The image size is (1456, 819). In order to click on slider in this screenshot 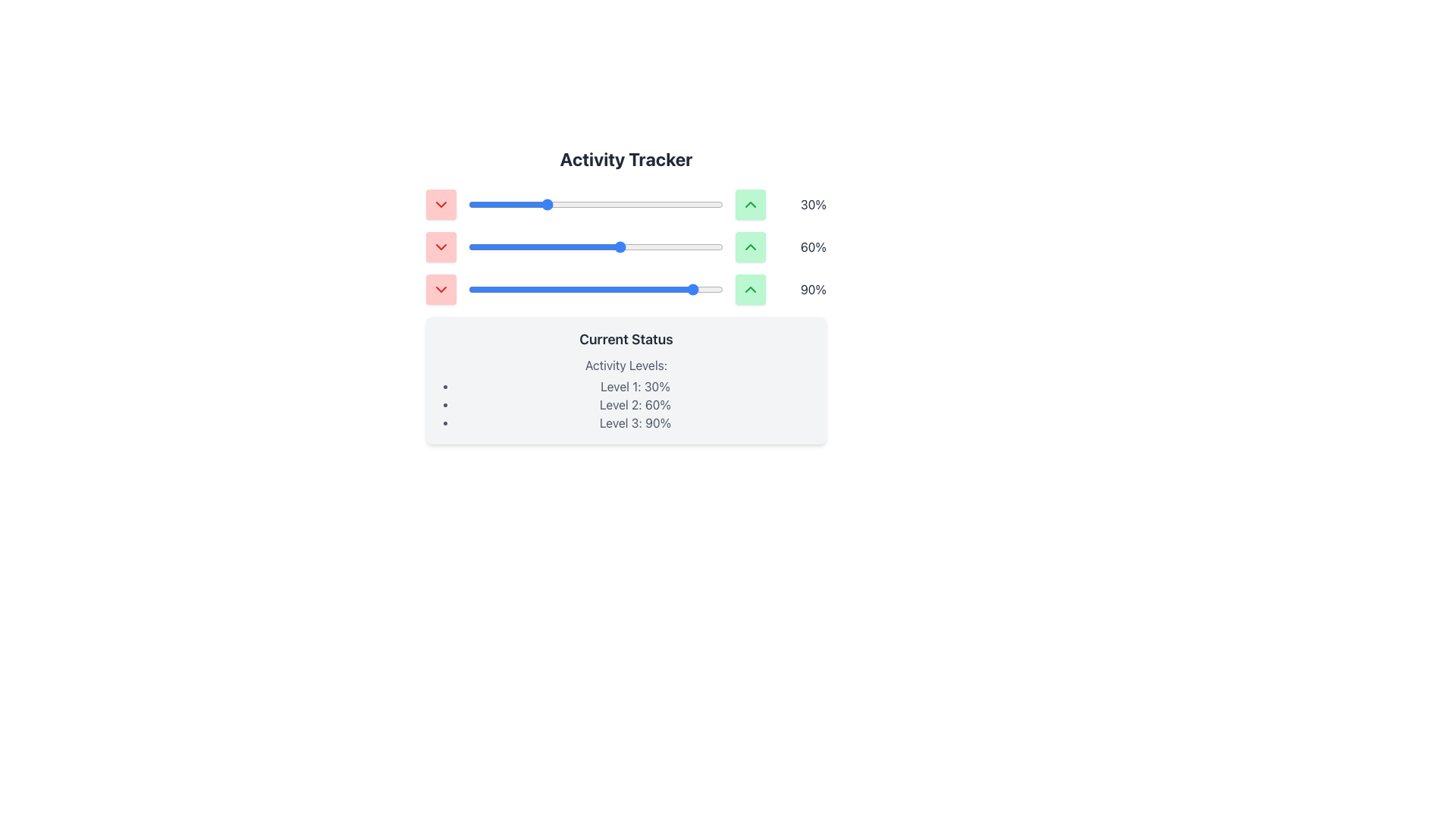, I will do `click(629, 205)`.